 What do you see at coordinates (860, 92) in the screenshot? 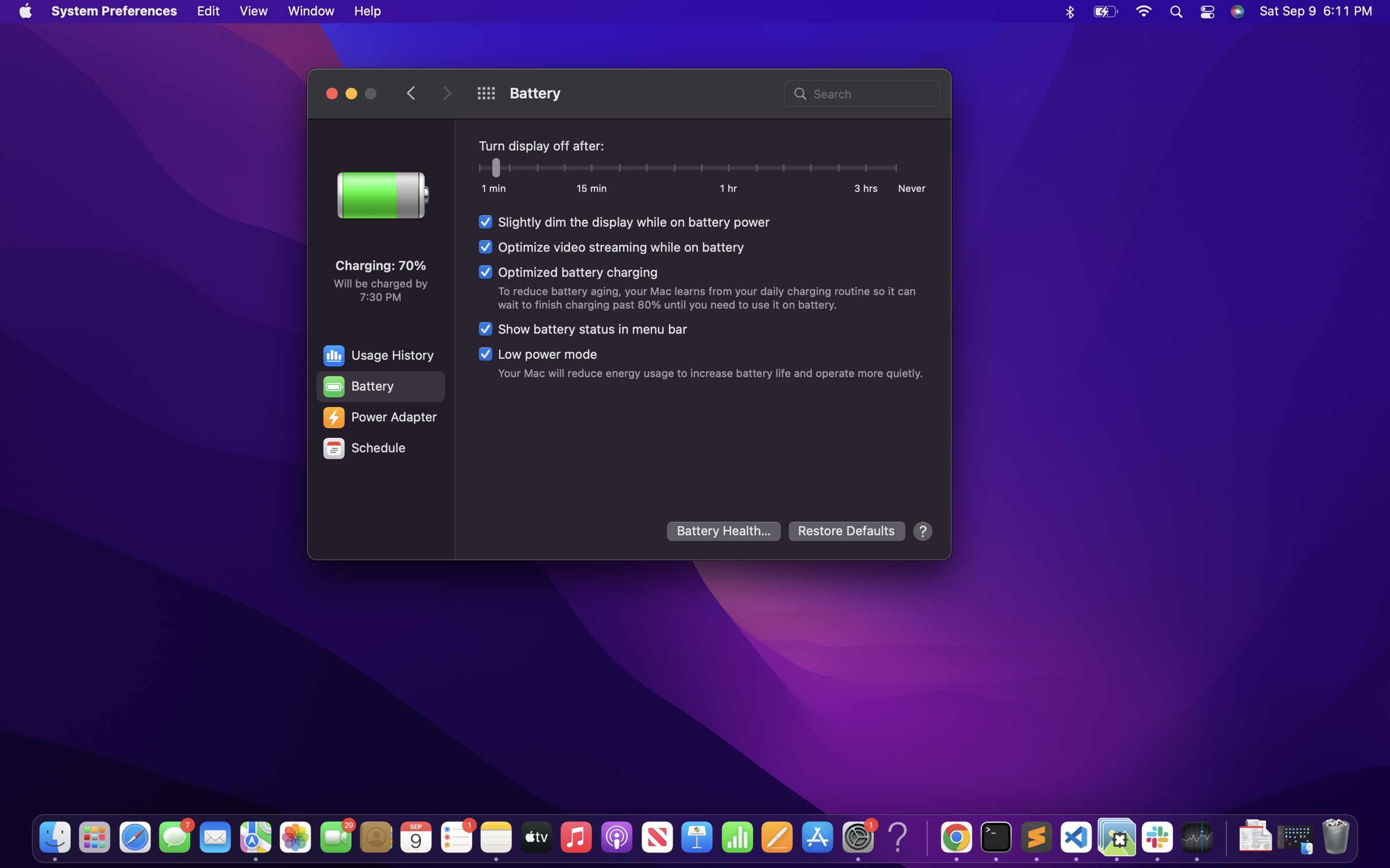
I see `Search for "power adapter" in the search bar` at bounding box center [860, 92].